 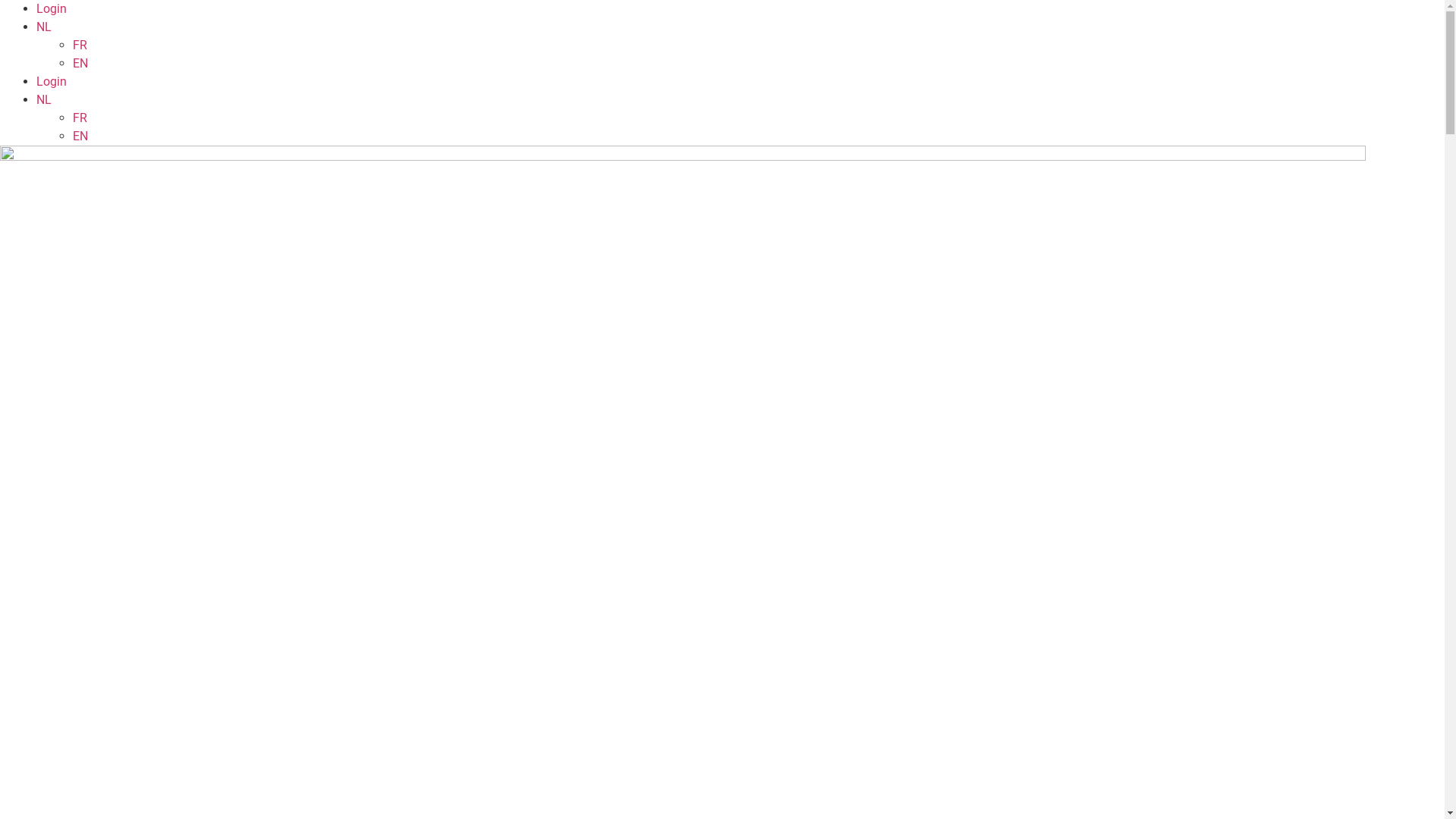 I want to click on 'EN', so click(x=79, y=135).